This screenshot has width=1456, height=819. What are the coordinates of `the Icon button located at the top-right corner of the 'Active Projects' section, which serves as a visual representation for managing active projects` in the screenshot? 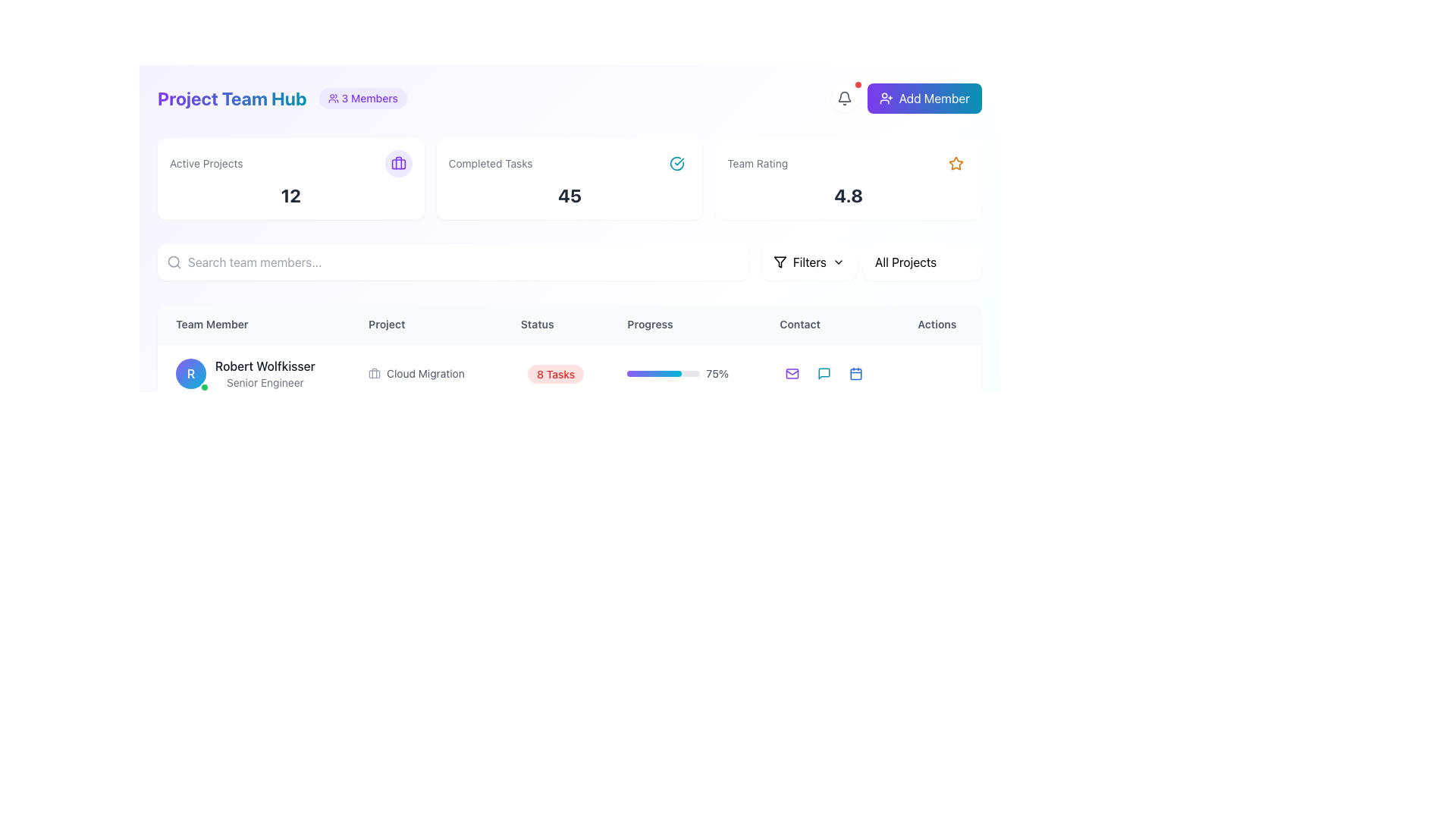 It's located at (398, 164).